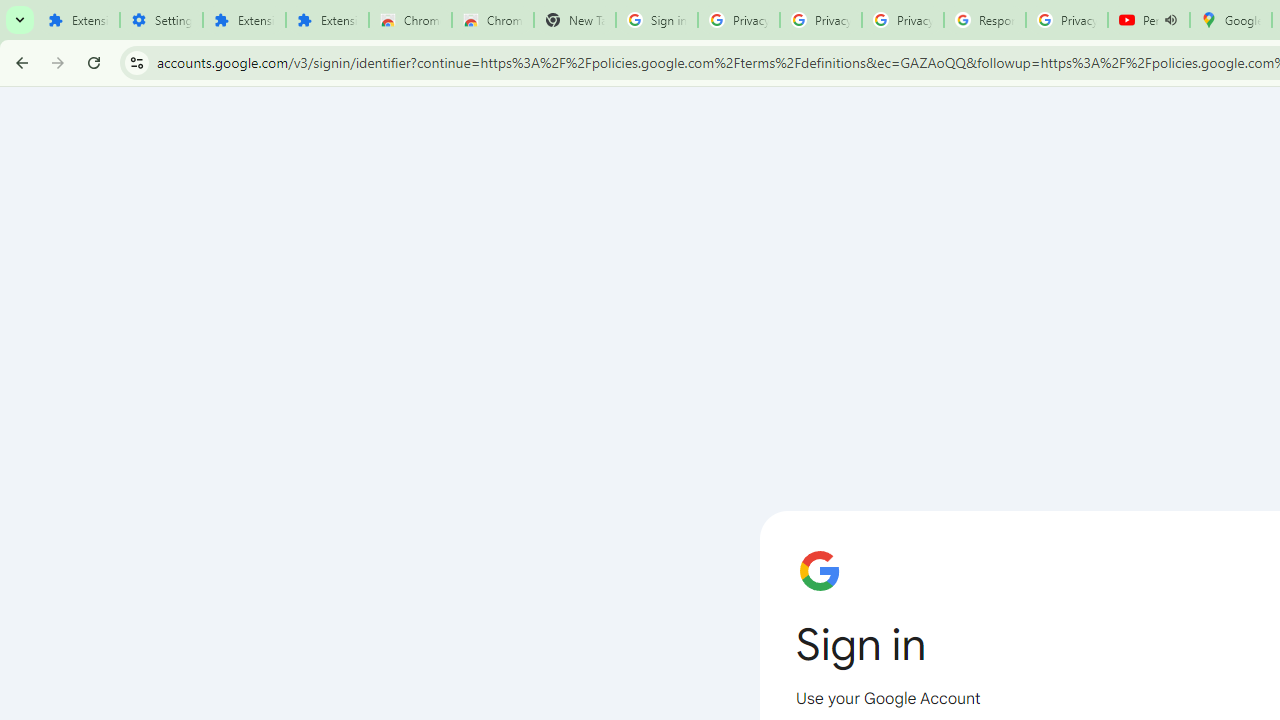  I want to click on 'Sign in - Google Accounts', so click(656, 20).